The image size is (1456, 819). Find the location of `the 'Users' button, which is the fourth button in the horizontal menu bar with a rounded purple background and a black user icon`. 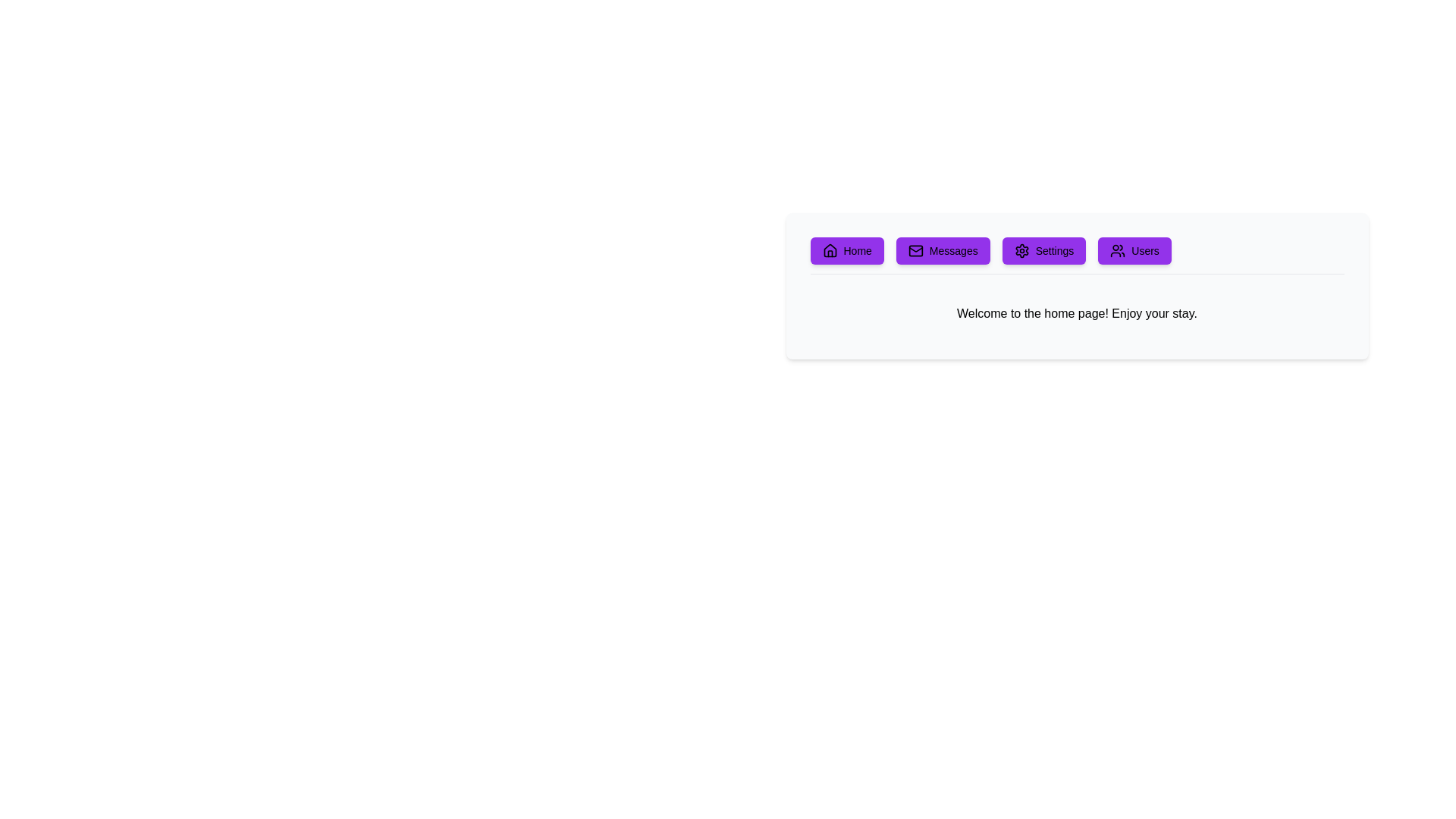

the 'Users' button, which is the fourth button in the horizontal menu bar with a rounded purple background and a black user icon is located at coordinates (1134, 250).